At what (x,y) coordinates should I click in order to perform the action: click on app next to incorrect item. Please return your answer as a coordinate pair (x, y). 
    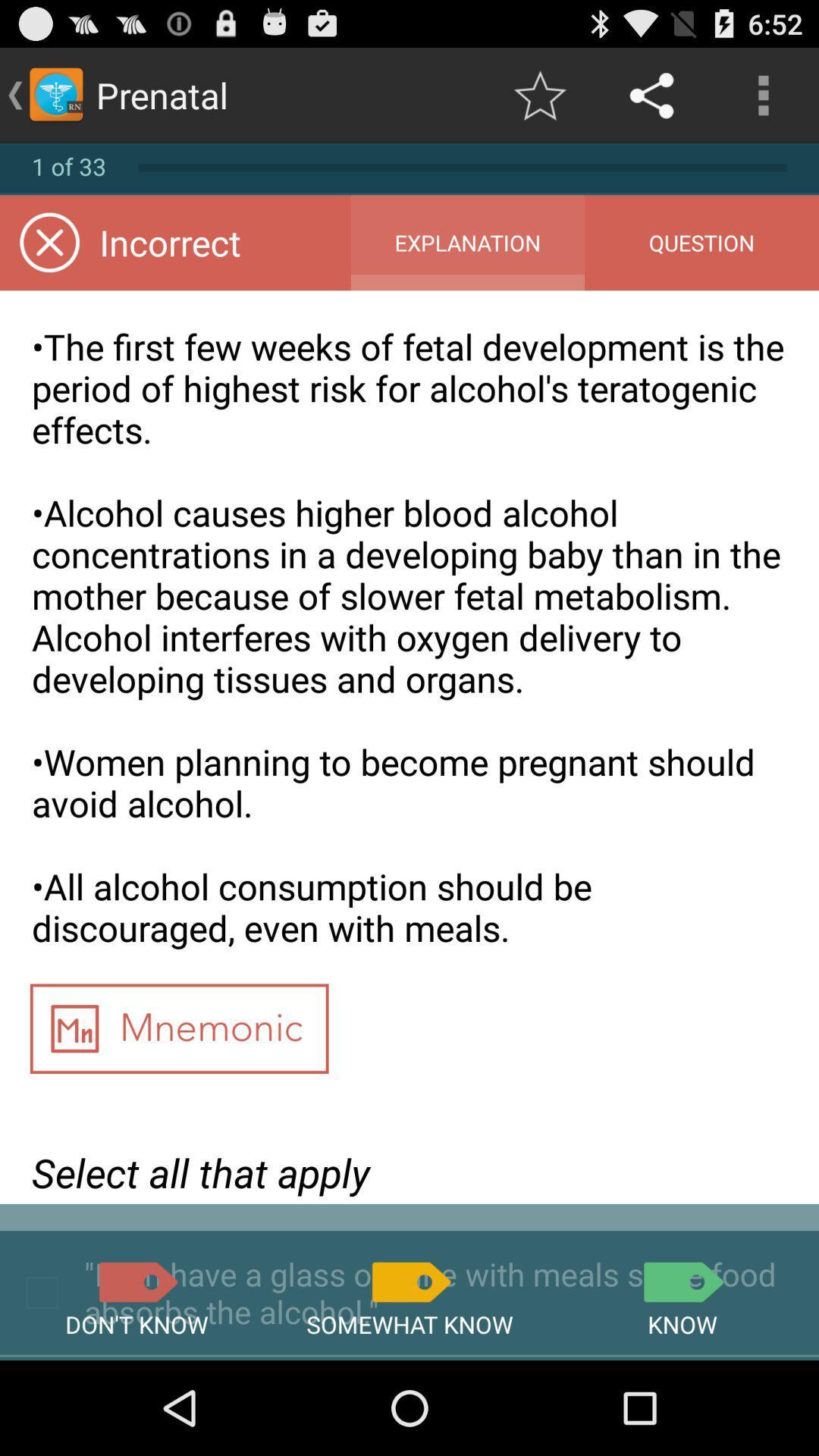
    Looking at the image, I should click on (466, 243).